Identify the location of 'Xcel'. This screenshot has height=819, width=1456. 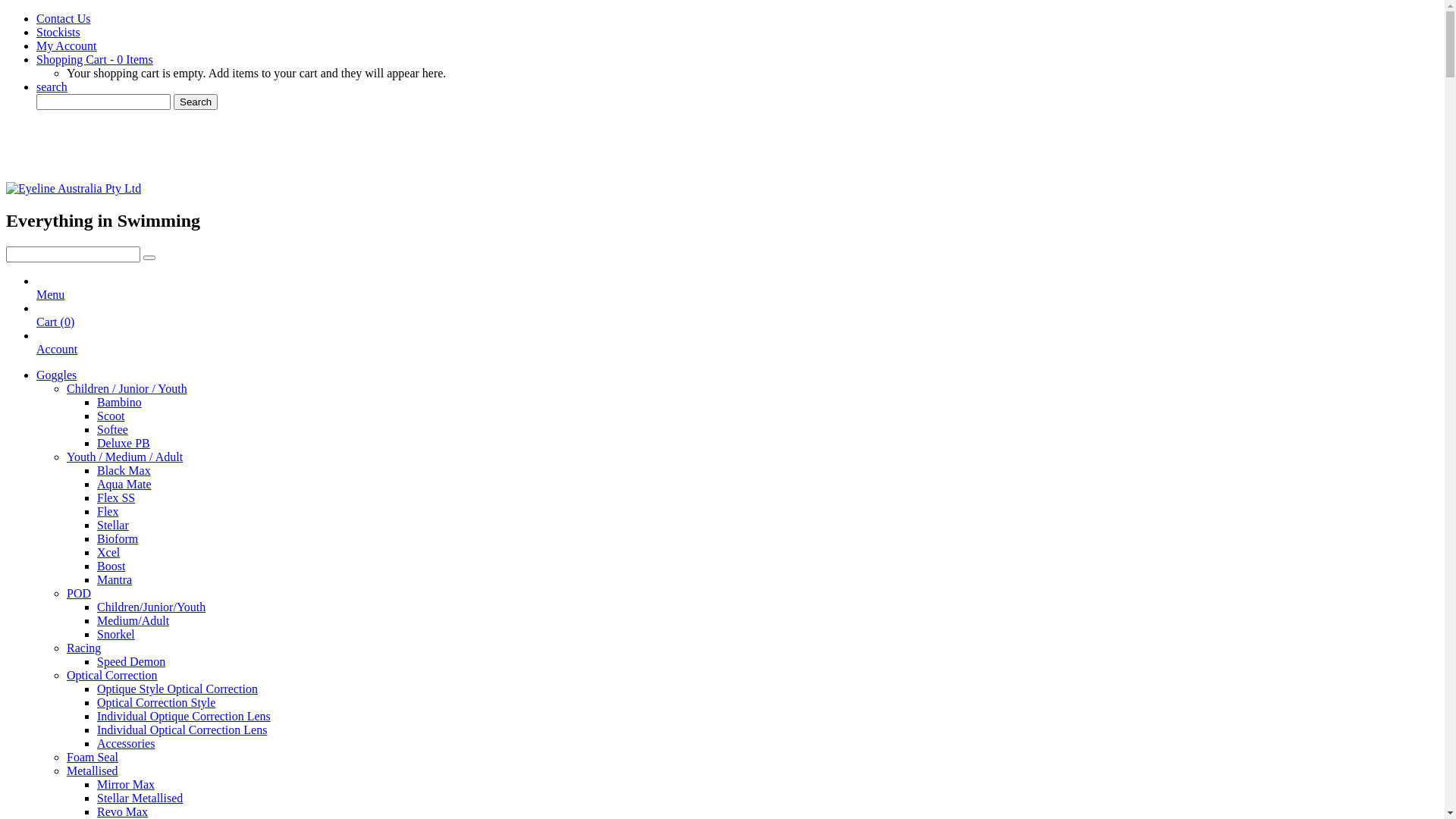
(108, 552).